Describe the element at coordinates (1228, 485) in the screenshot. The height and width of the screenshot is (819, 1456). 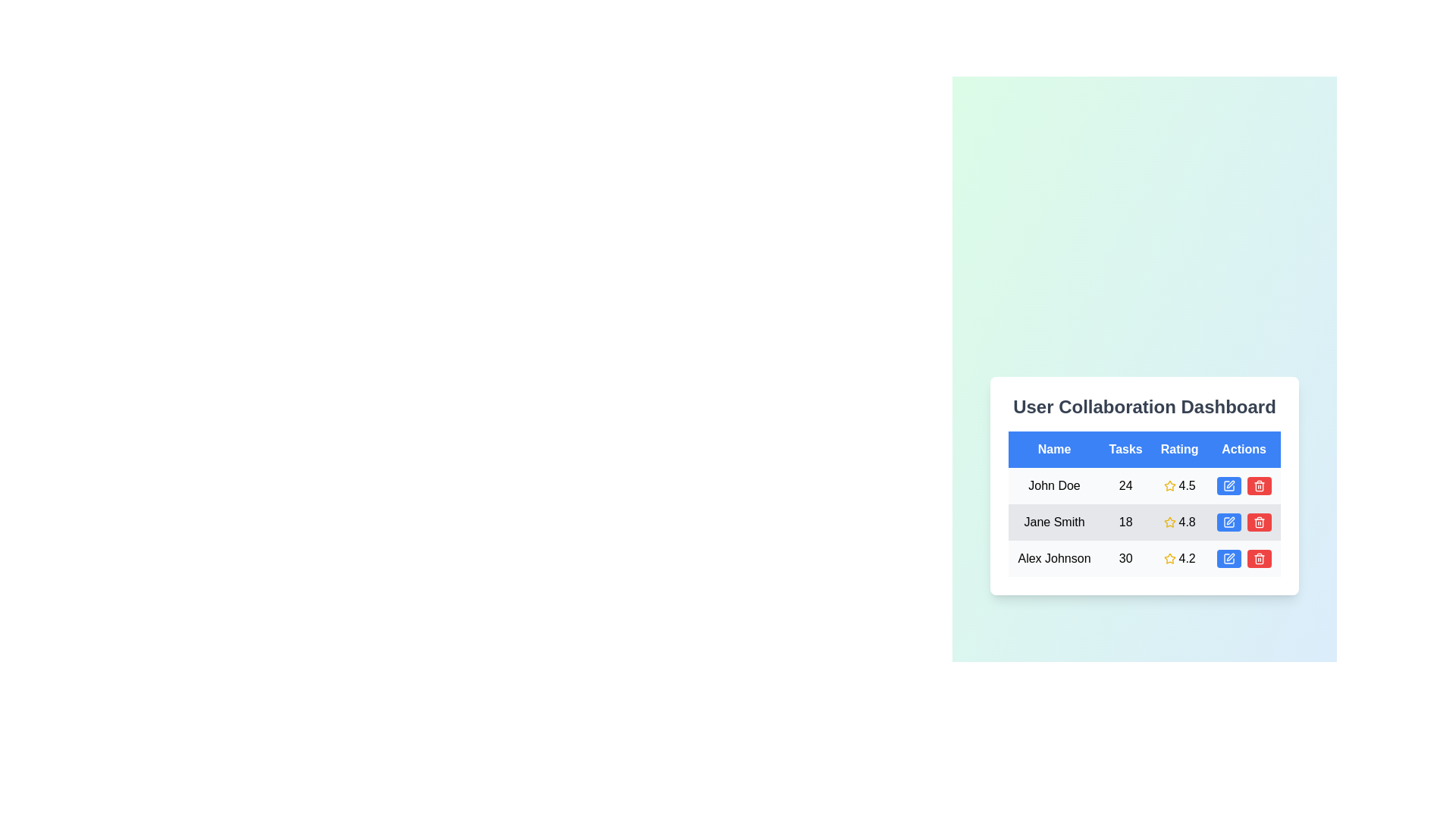
I see `the blue rectangular button with a white pen icon in the 'Actions' column of the row labeled 'Jane Smith'` at that location.